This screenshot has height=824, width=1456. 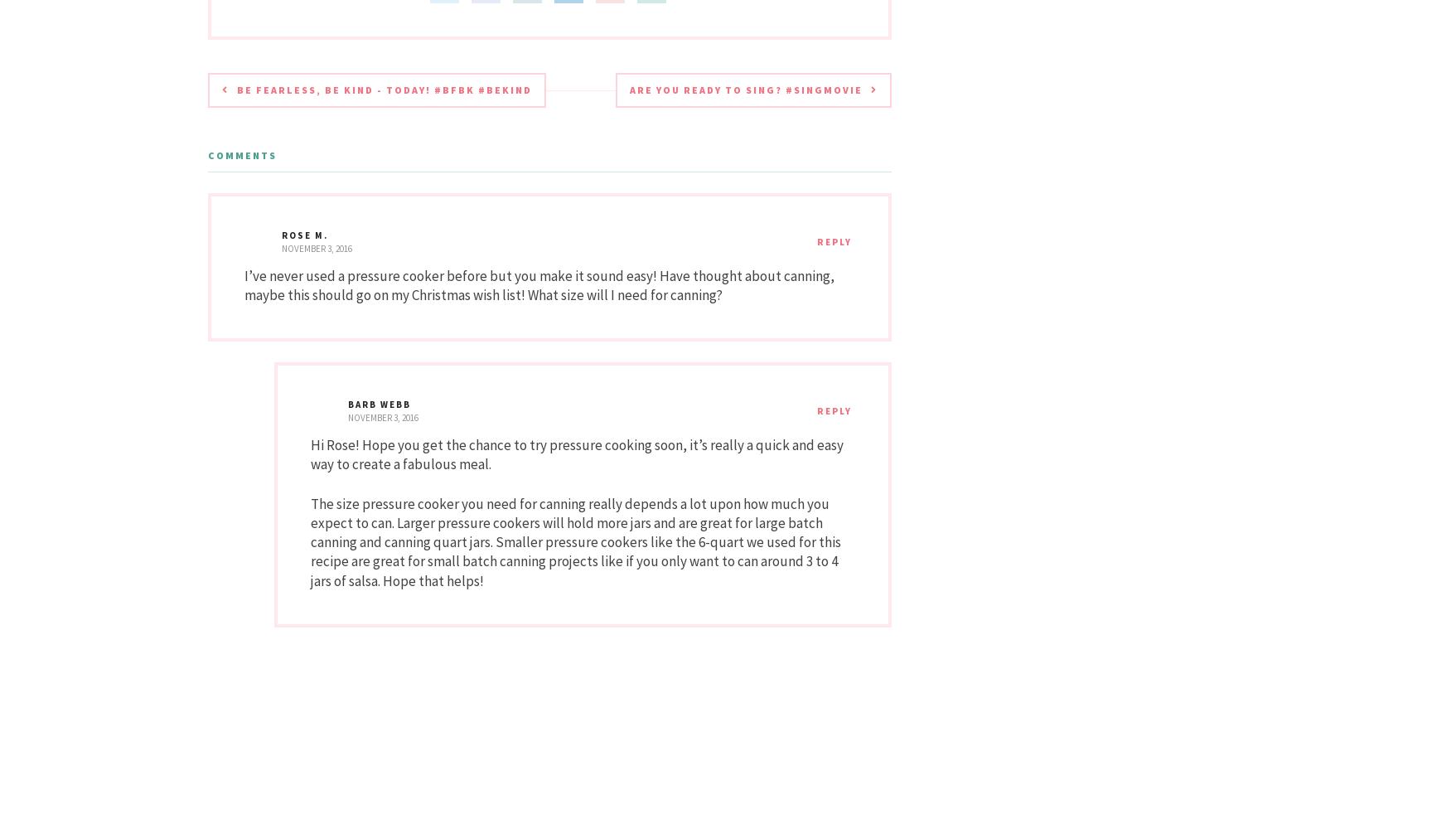 I want to click on 'Are You Ready to SING? #SingMovie', so click(x=745, y=89).